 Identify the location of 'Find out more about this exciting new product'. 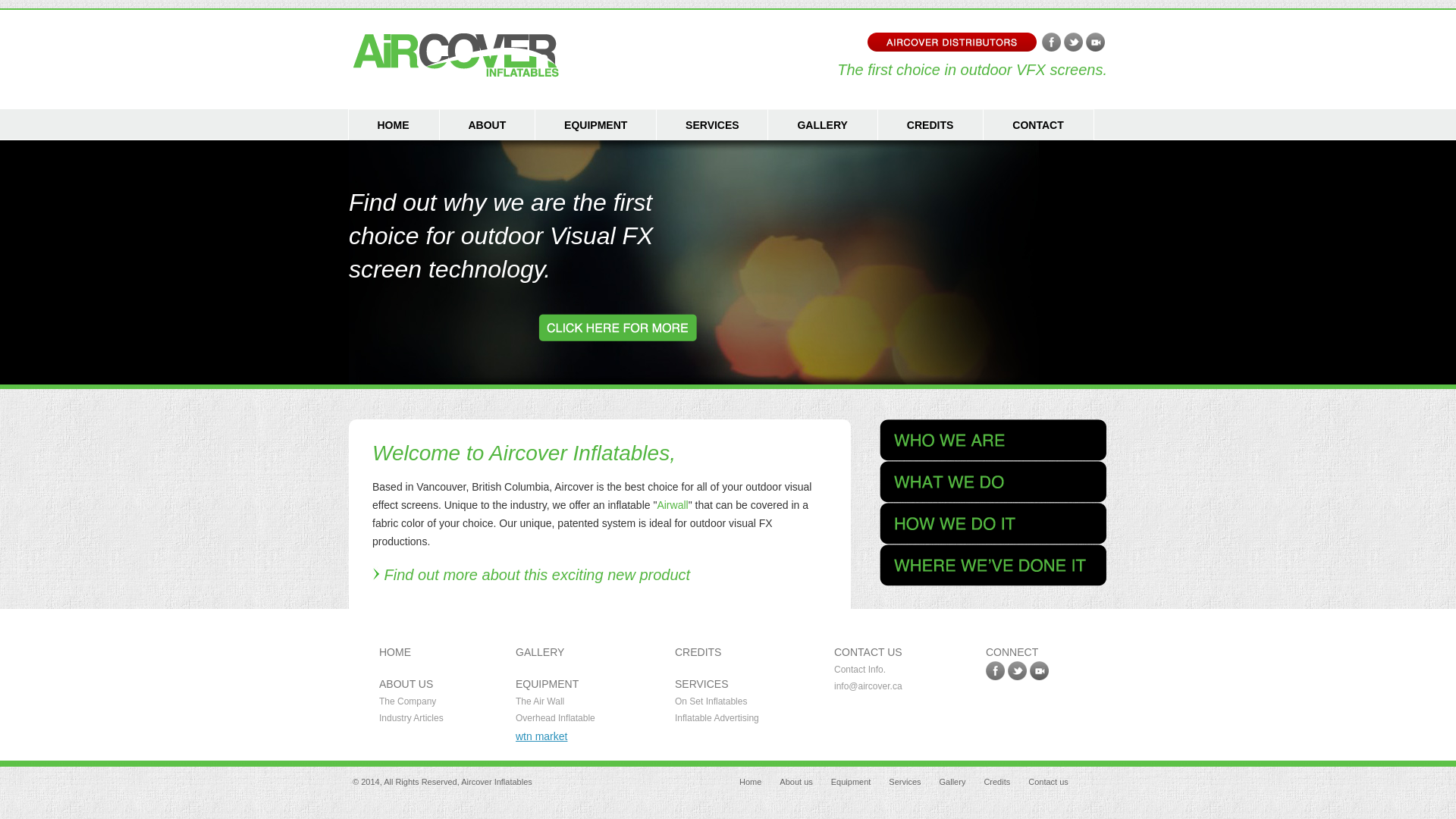
(531, 575).